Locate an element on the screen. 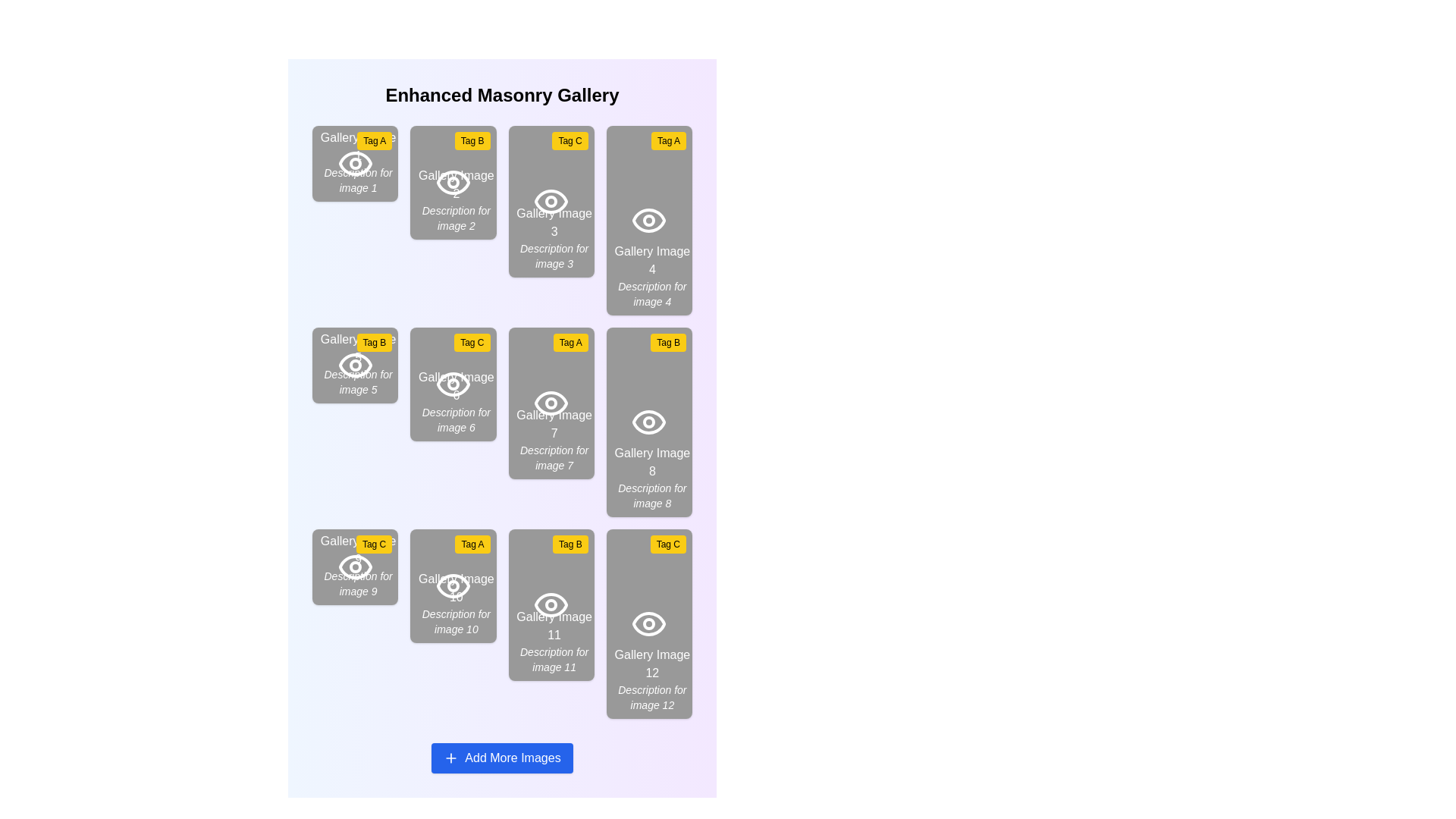 This screenshot has height=819, width=1456. the small circular graphic element within the eye-shaped icon located in the card labeled 'Gallery Image 5' is located at coordinates (354, 366).